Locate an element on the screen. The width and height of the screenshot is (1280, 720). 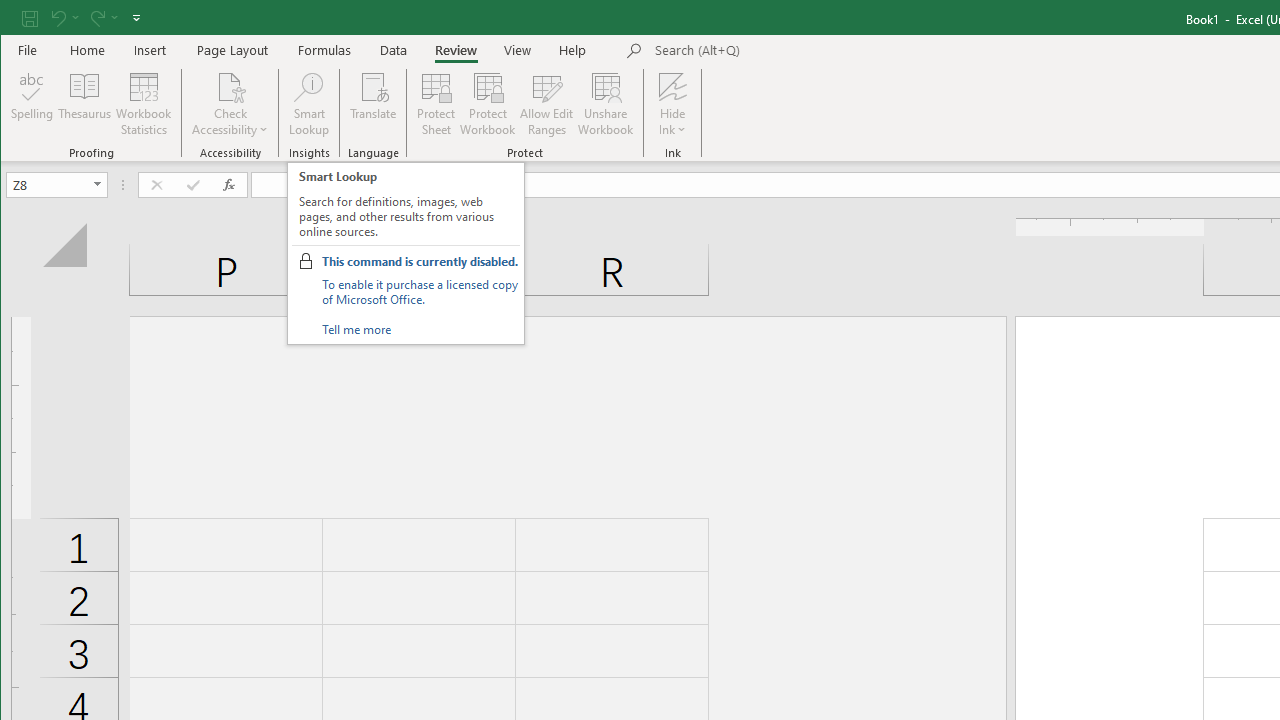
'Check Accessibility' is located at coordinates (230, 85).